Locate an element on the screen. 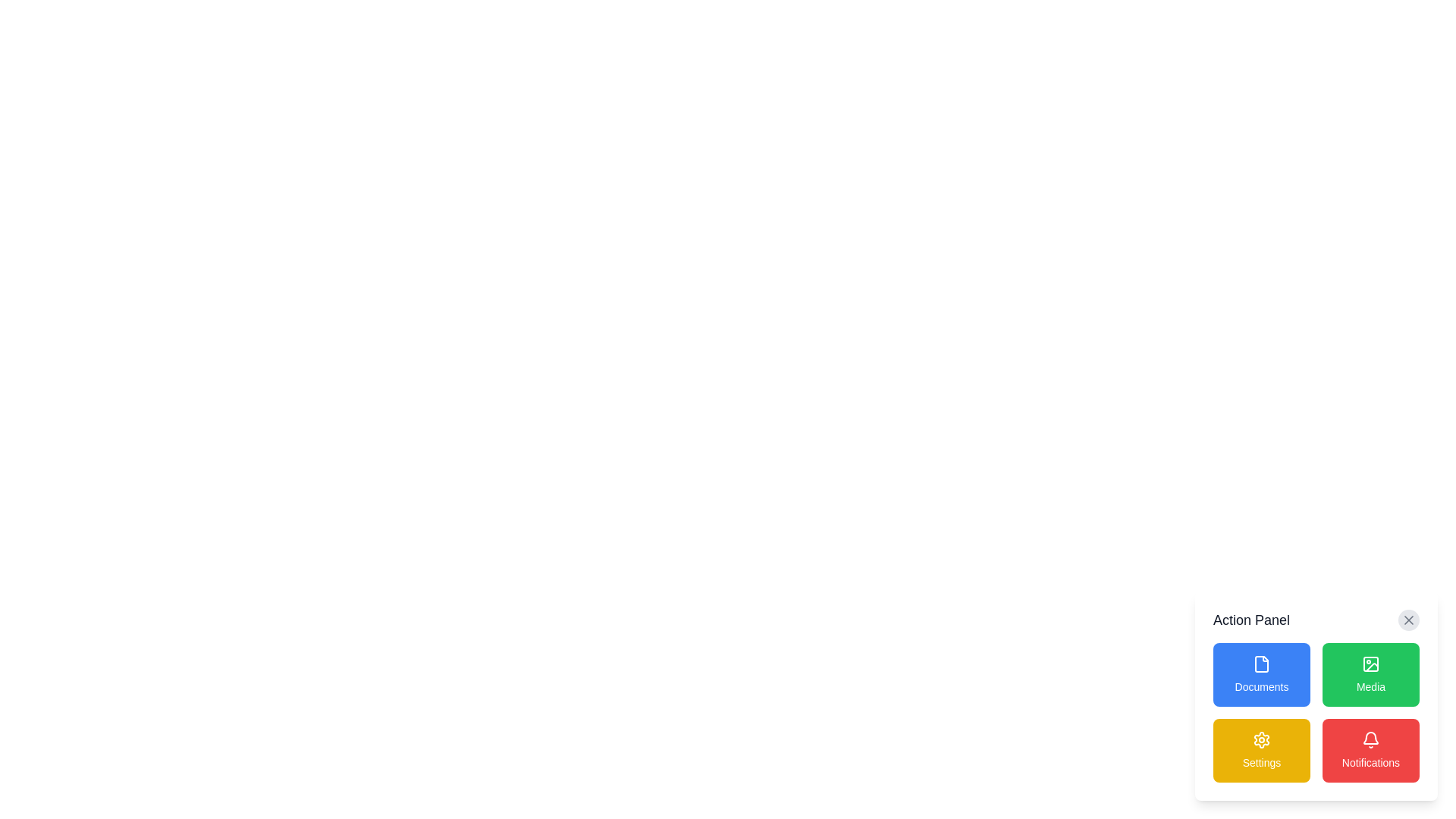 This screenshot has height=819, width=1456. the settings button, which is the third button in a grid layout at the bottom-left of the panel is located at coordinates (1262, 751).